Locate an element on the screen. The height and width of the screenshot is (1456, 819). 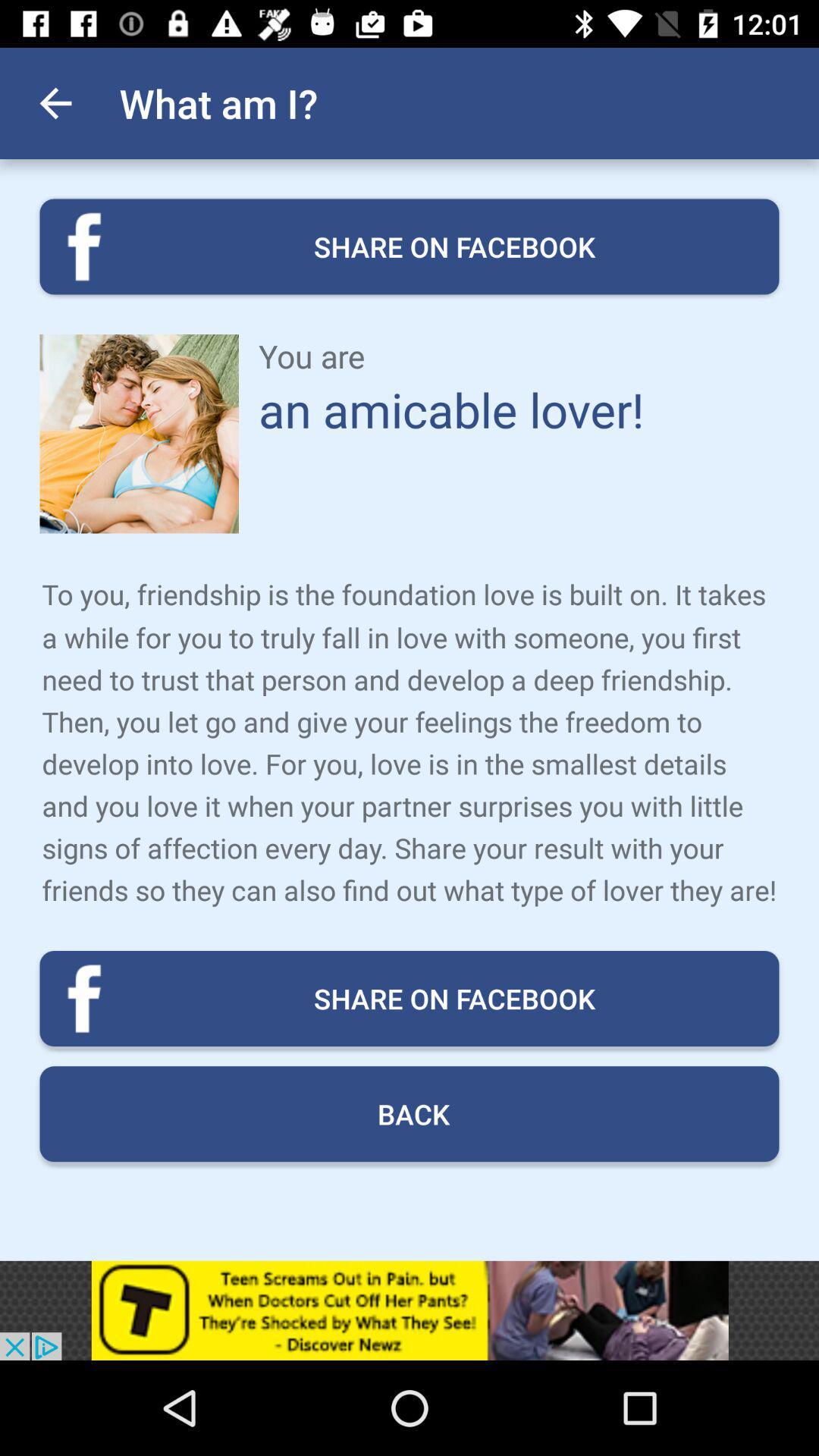
advertisement is located at coordinates (409, 1310).